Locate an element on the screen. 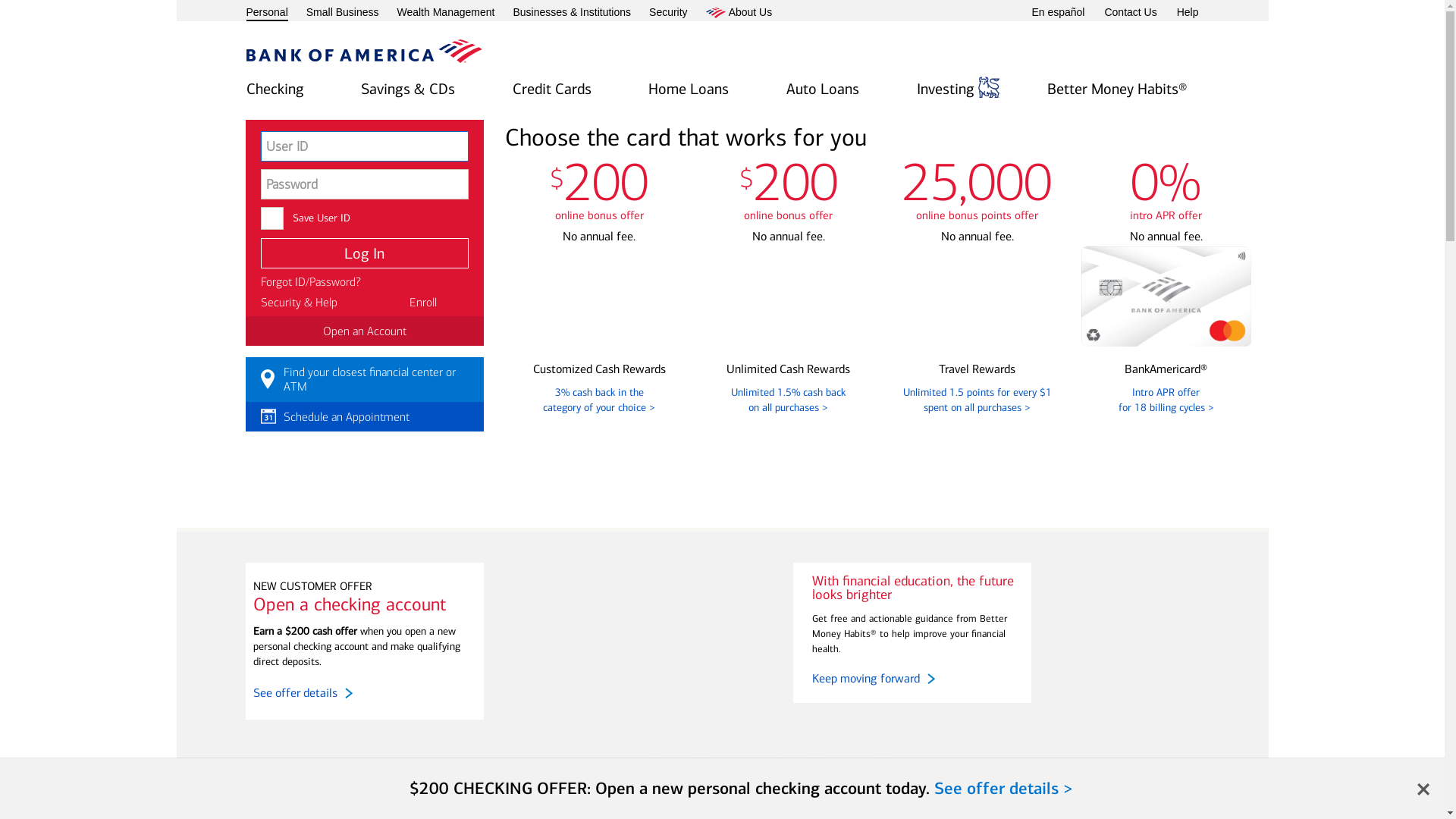 The width and height of the screenshot is (1456, 819). 'Help' is located at coordinates (1175, 12).